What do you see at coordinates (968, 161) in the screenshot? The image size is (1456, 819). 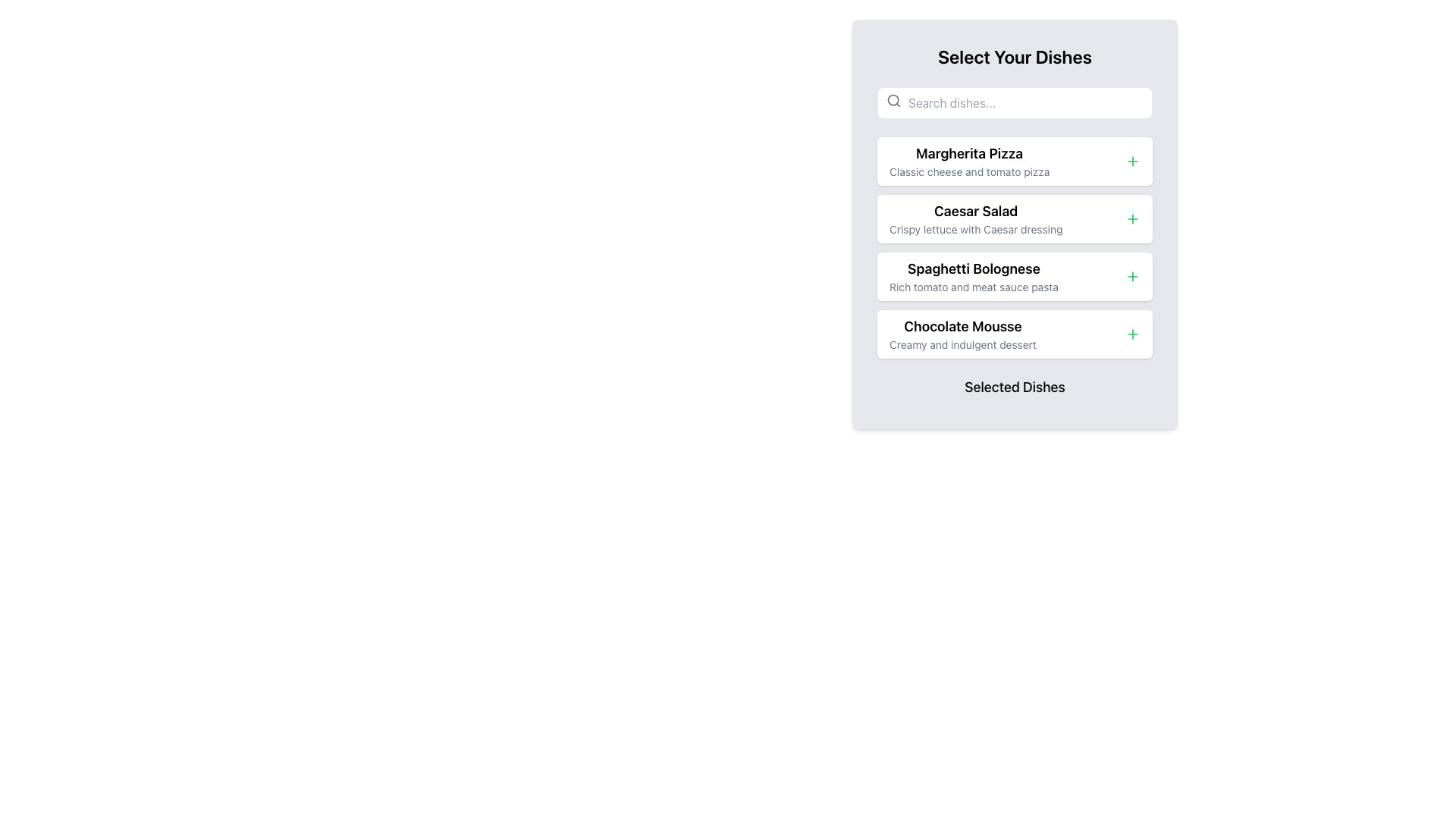 I see `the 'Margherita Pizza' text element, which is the first item in the 'Select Your Dishes' menu` at bounding box center [968, 161].